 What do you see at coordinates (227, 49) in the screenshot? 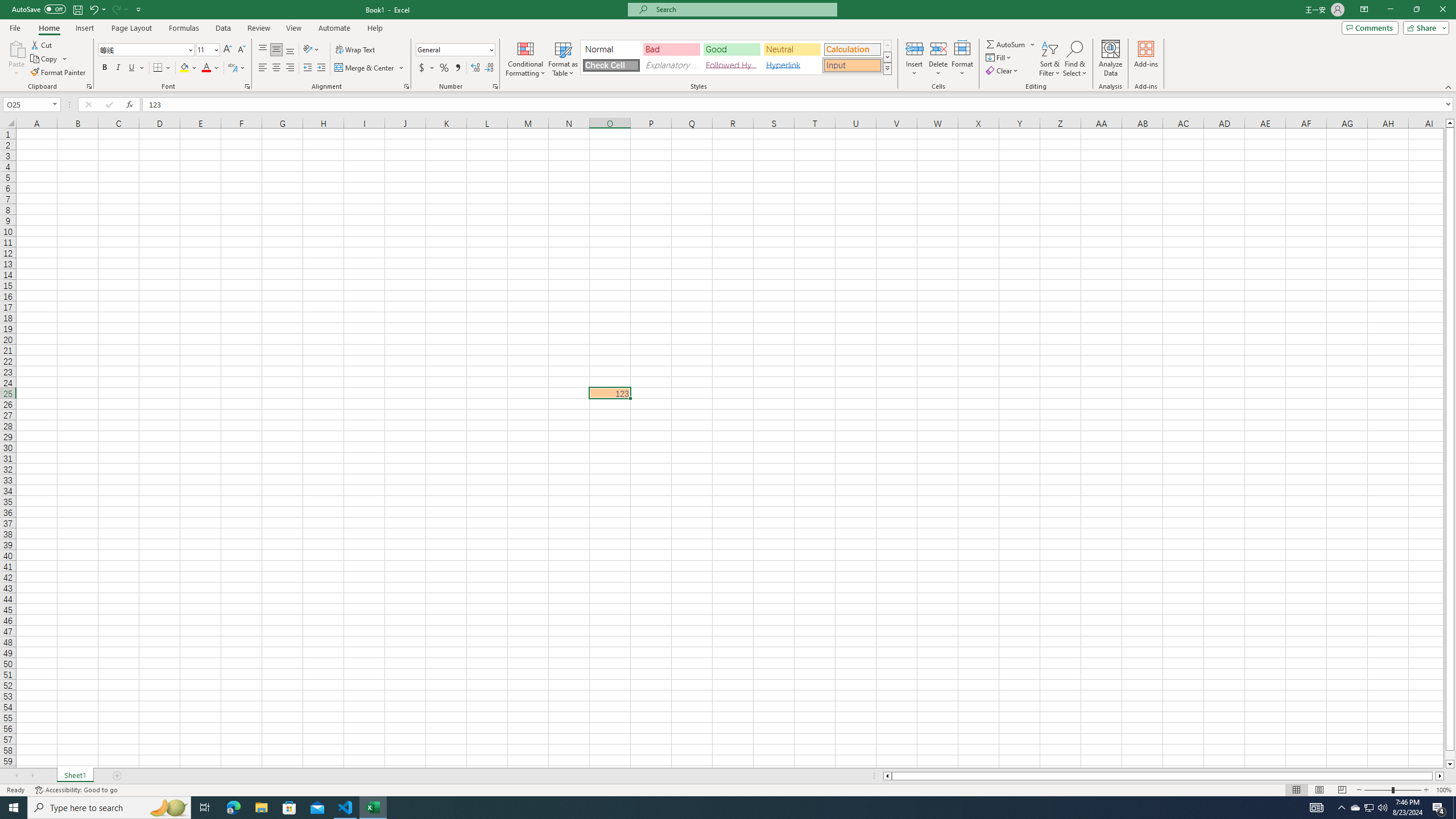
I see `'Increase Font Size'` at bounding box center [227, 49].